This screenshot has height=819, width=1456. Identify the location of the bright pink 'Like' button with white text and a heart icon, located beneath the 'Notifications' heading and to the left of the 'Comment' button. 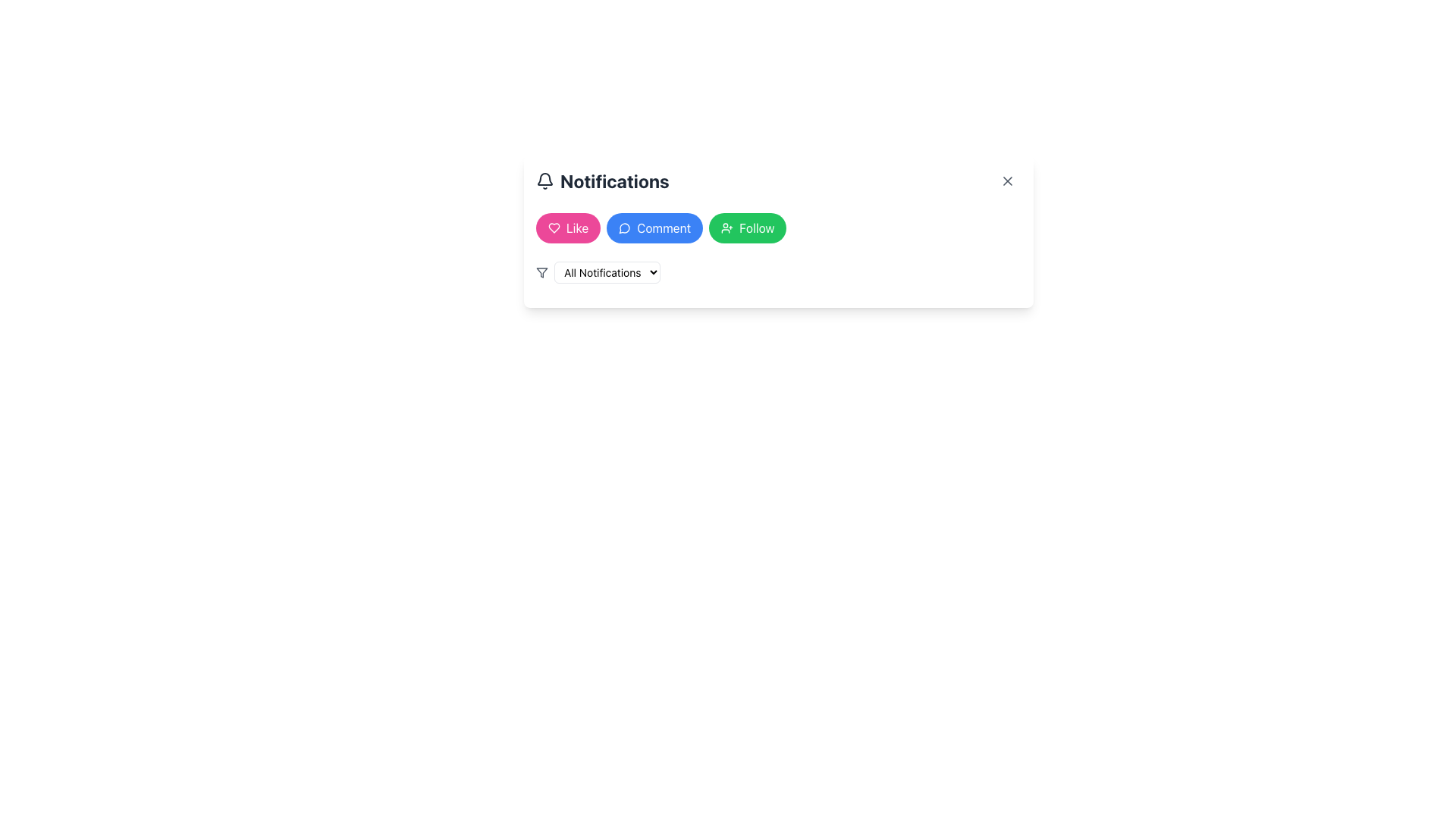
(567, 227).